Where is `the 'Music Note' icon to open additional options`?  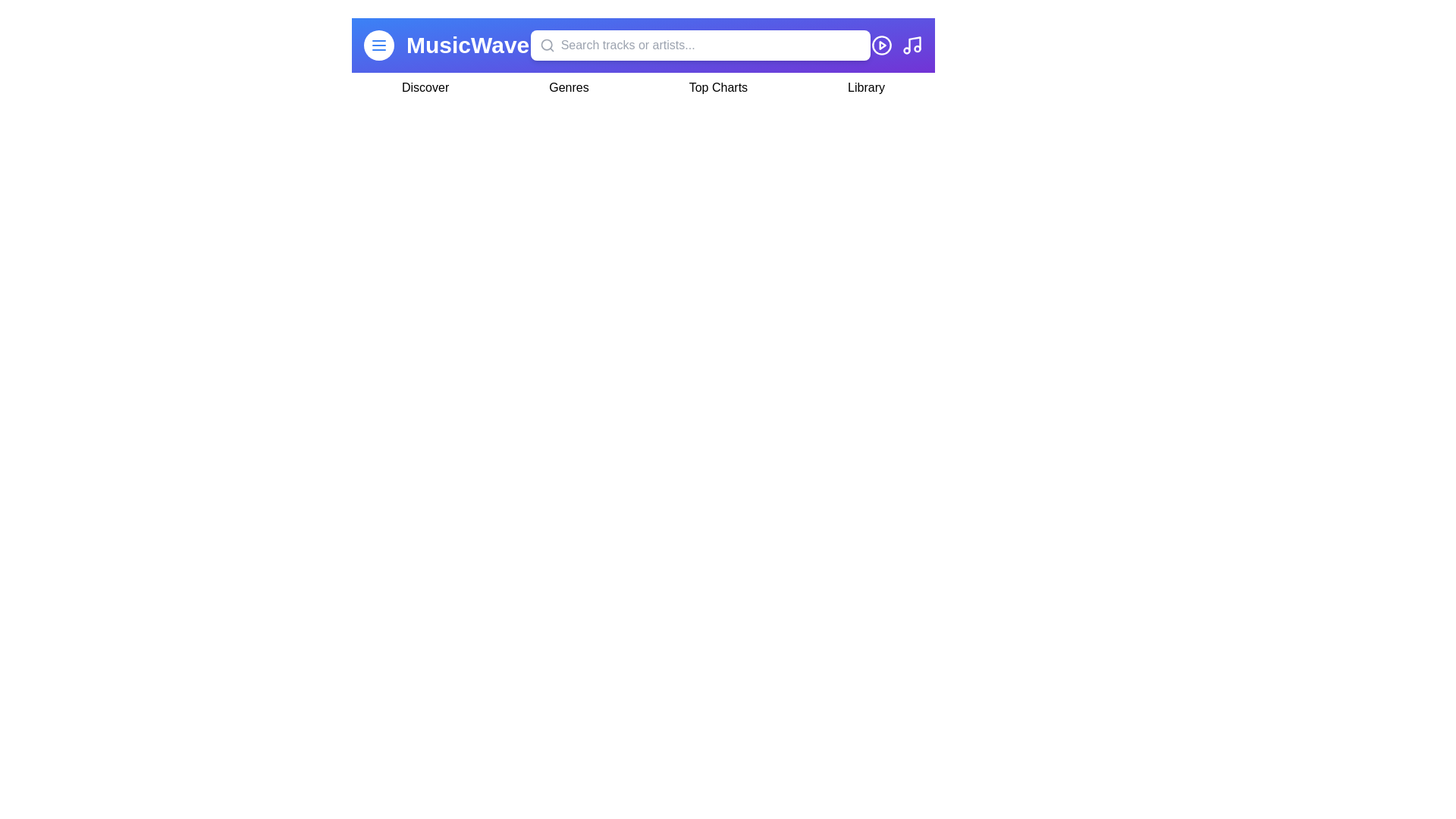 the 'Music Note' icon to open additional options is located at coordinates (912, 45).